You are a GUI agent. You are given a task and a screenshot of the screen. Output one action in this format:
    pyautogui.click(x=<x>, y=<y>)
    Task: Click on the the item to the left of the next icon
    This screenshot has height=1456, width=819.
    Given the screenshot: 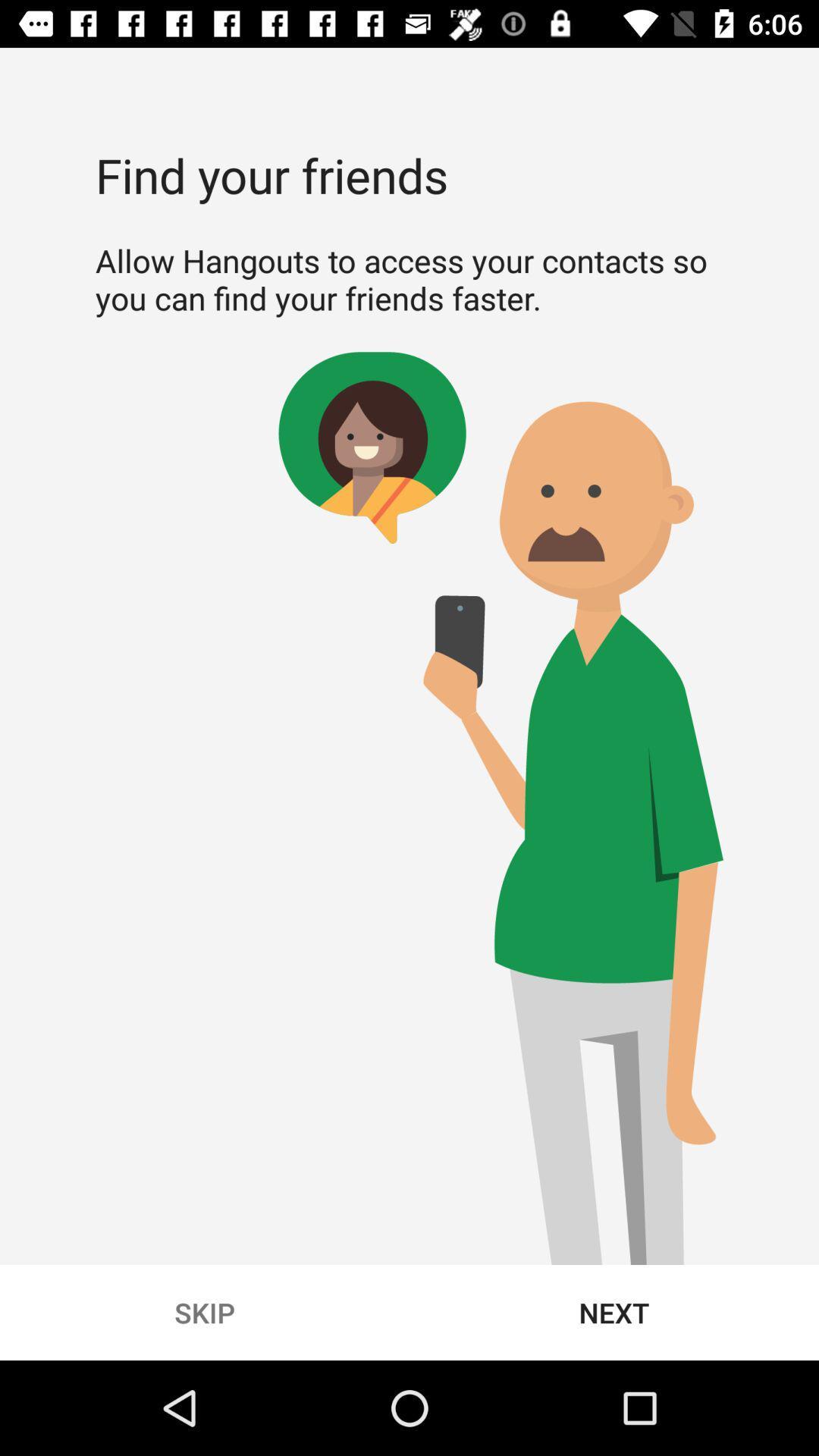 What is the action you would take?
    pyautogui.click(x=205, y=1312)
    